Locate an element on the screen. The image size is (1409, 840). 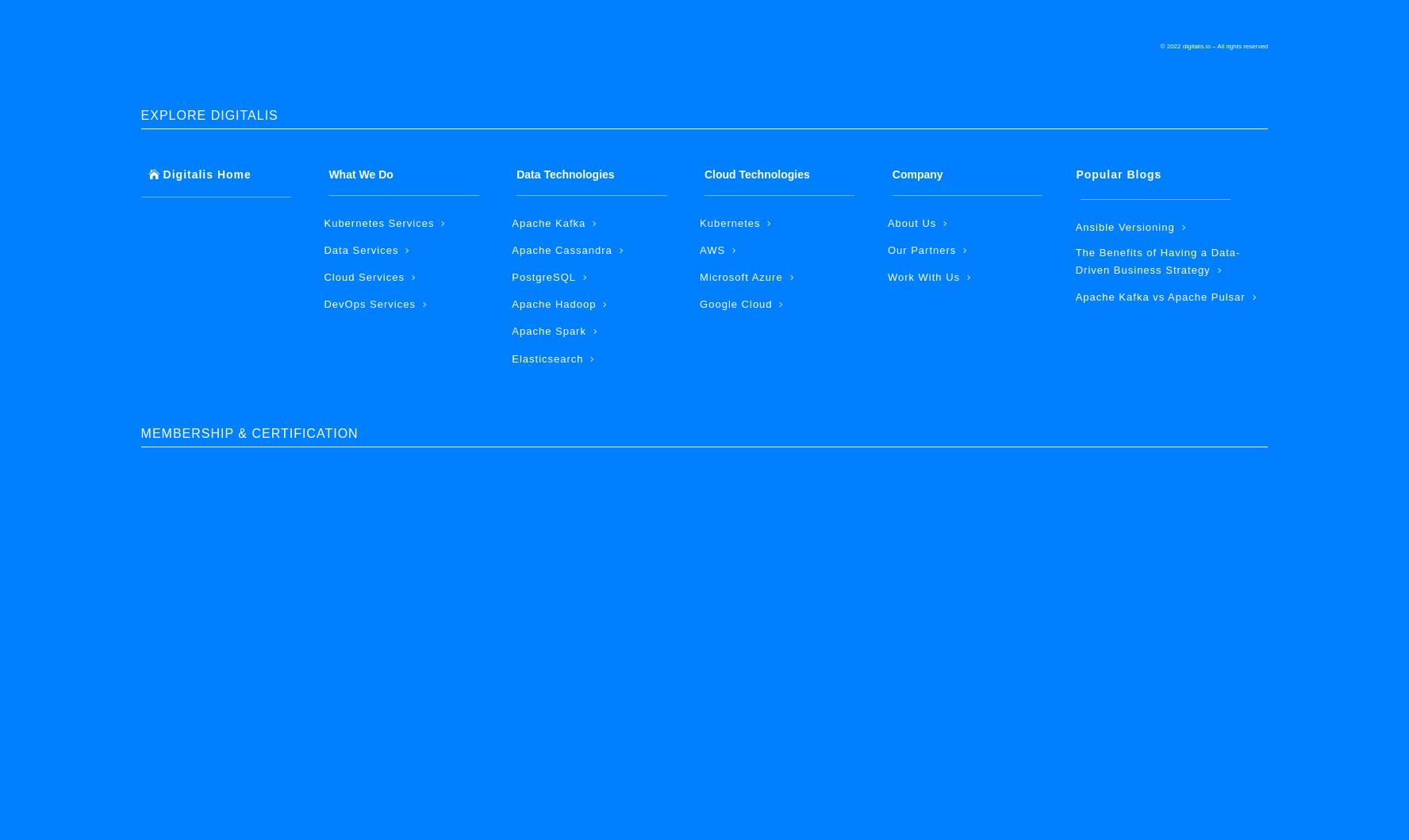
'DevOps Services' is located at coordinates (368, 303).